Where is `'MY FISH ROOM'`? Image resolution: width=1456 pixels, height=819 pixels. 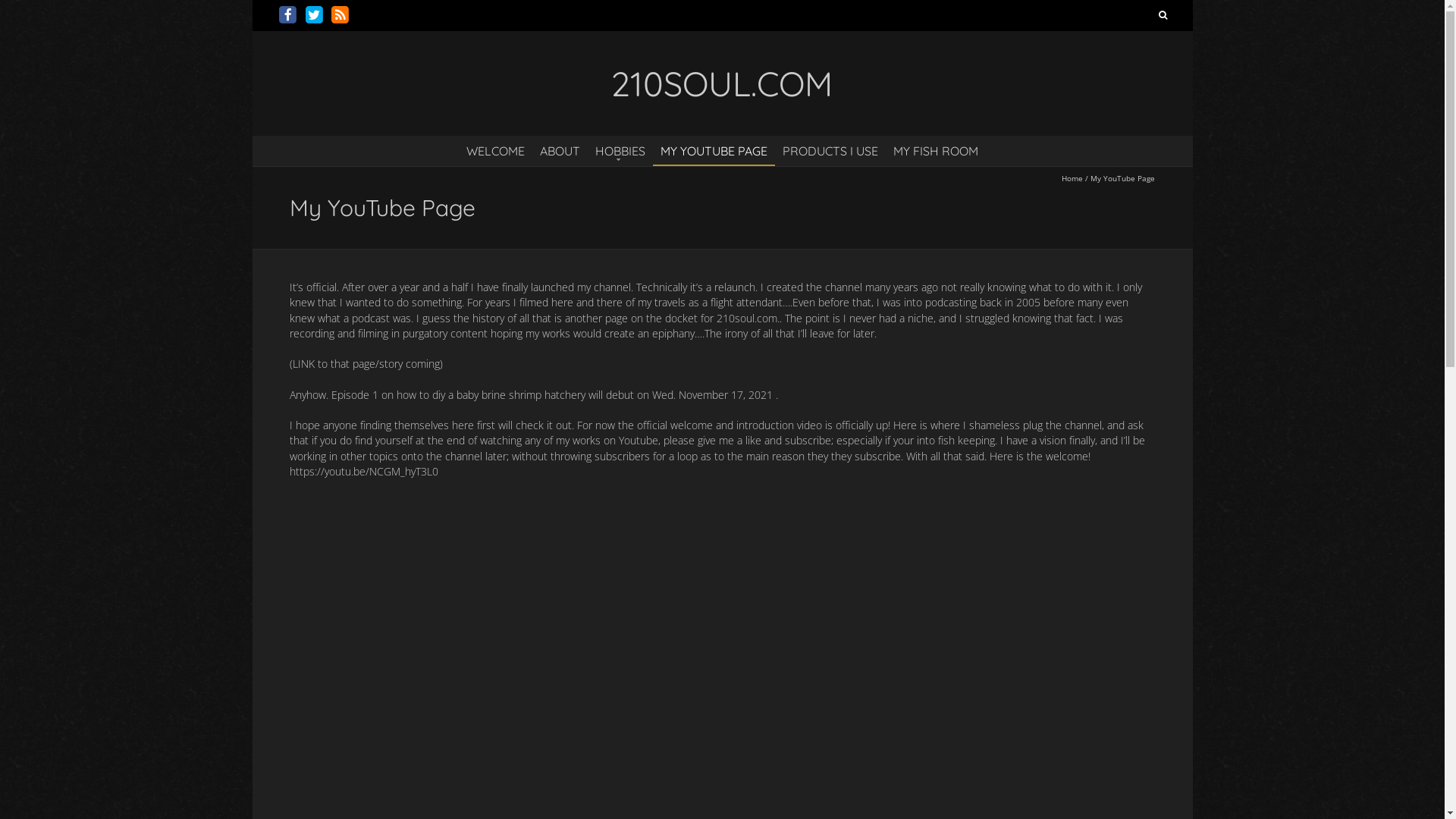
'MY FISH ROOM' is located at coordinates (934, 149).